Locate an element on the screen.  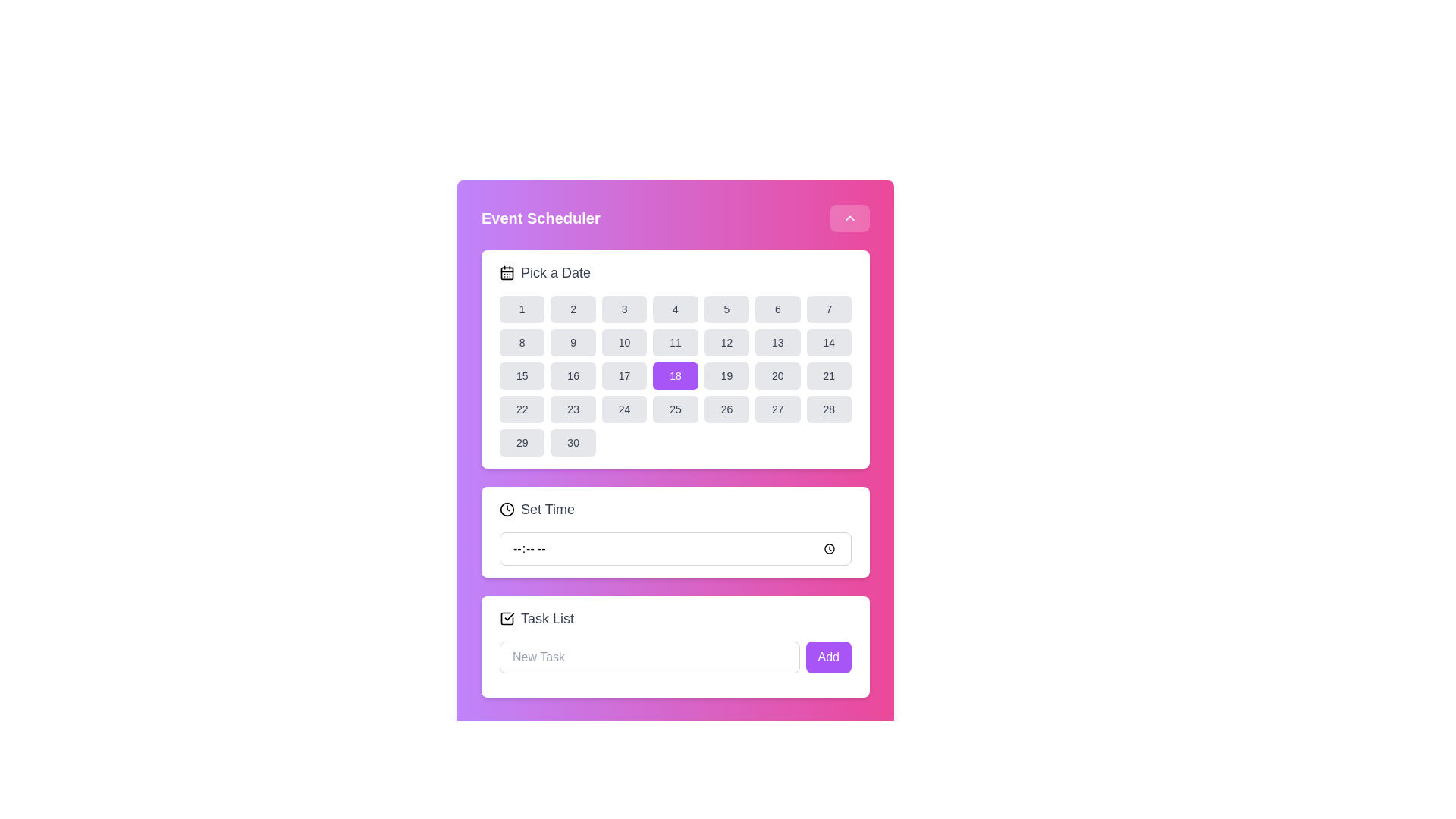
the button displaying the number '7' in the calendar grid of the 'Event Scheduler' interface is located at coordinates (828, 309).